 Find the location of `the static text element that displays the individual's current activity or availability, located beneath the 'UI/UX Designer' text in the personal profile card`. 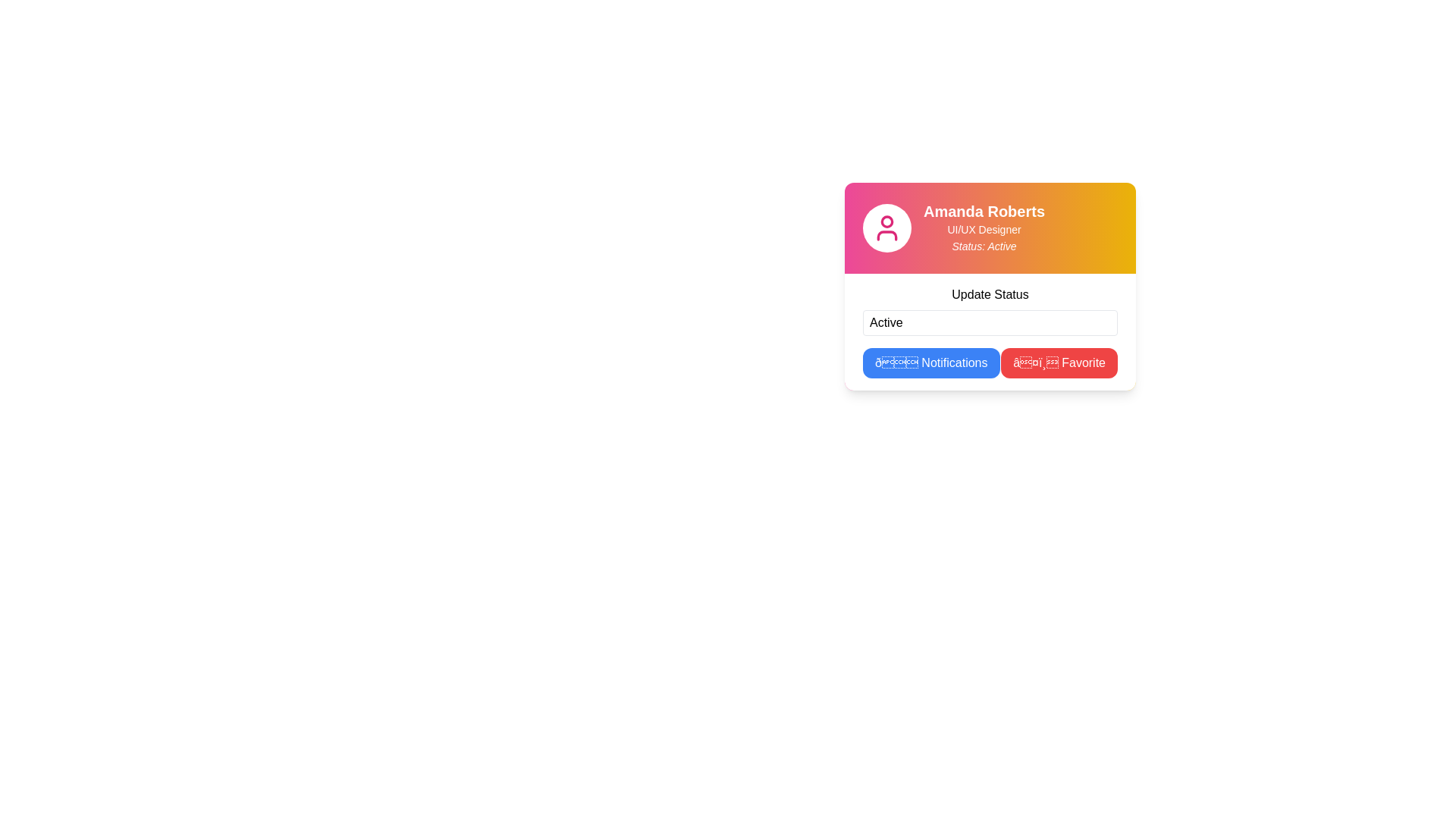

the static text element that displays the individual's current activity or availability, located beneath the 'UI/UX Designer' text in the personal profile card is located at coordinates (984, 245).